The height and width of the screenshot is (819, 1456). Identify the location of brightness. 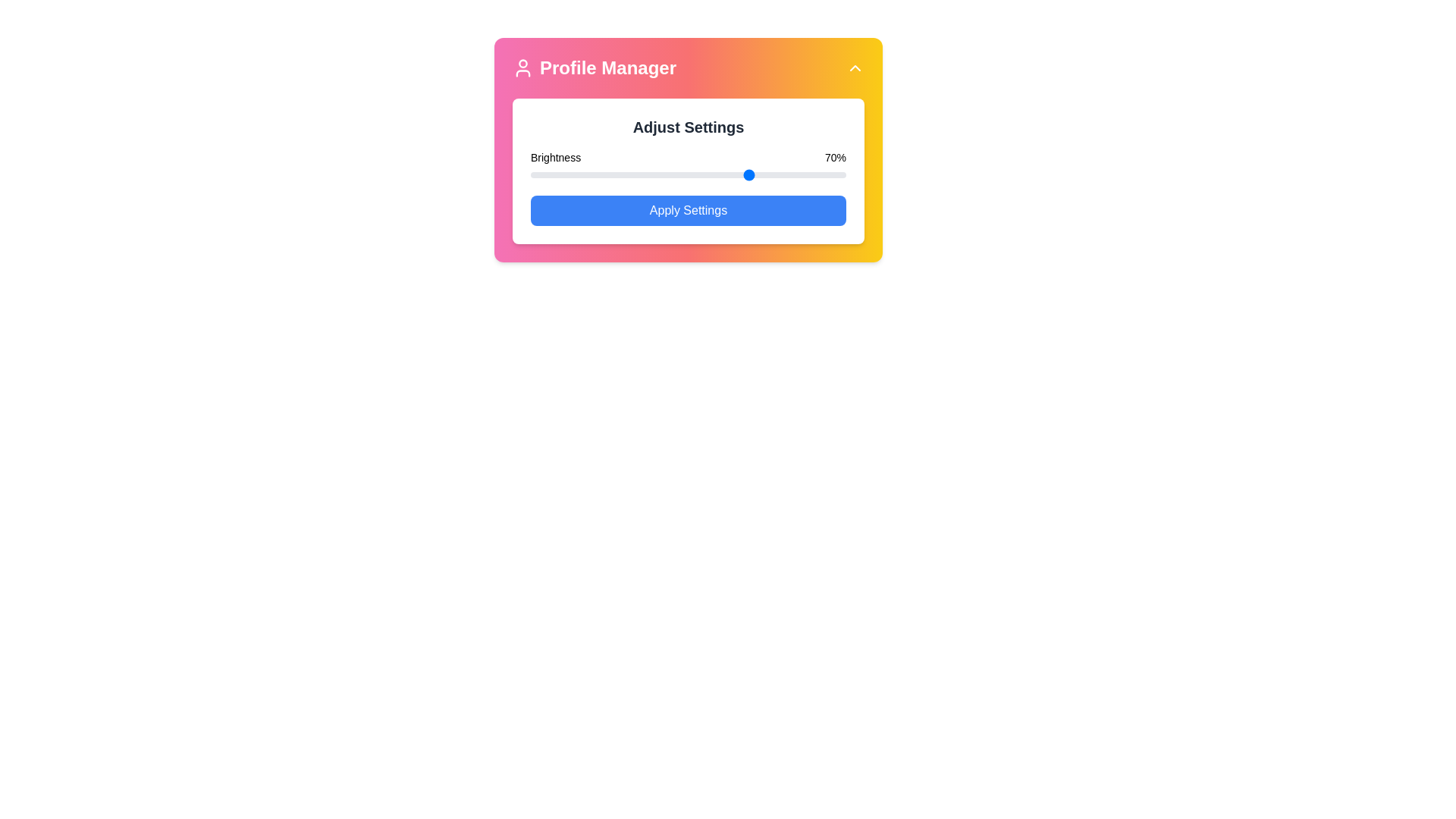
(730, 174).